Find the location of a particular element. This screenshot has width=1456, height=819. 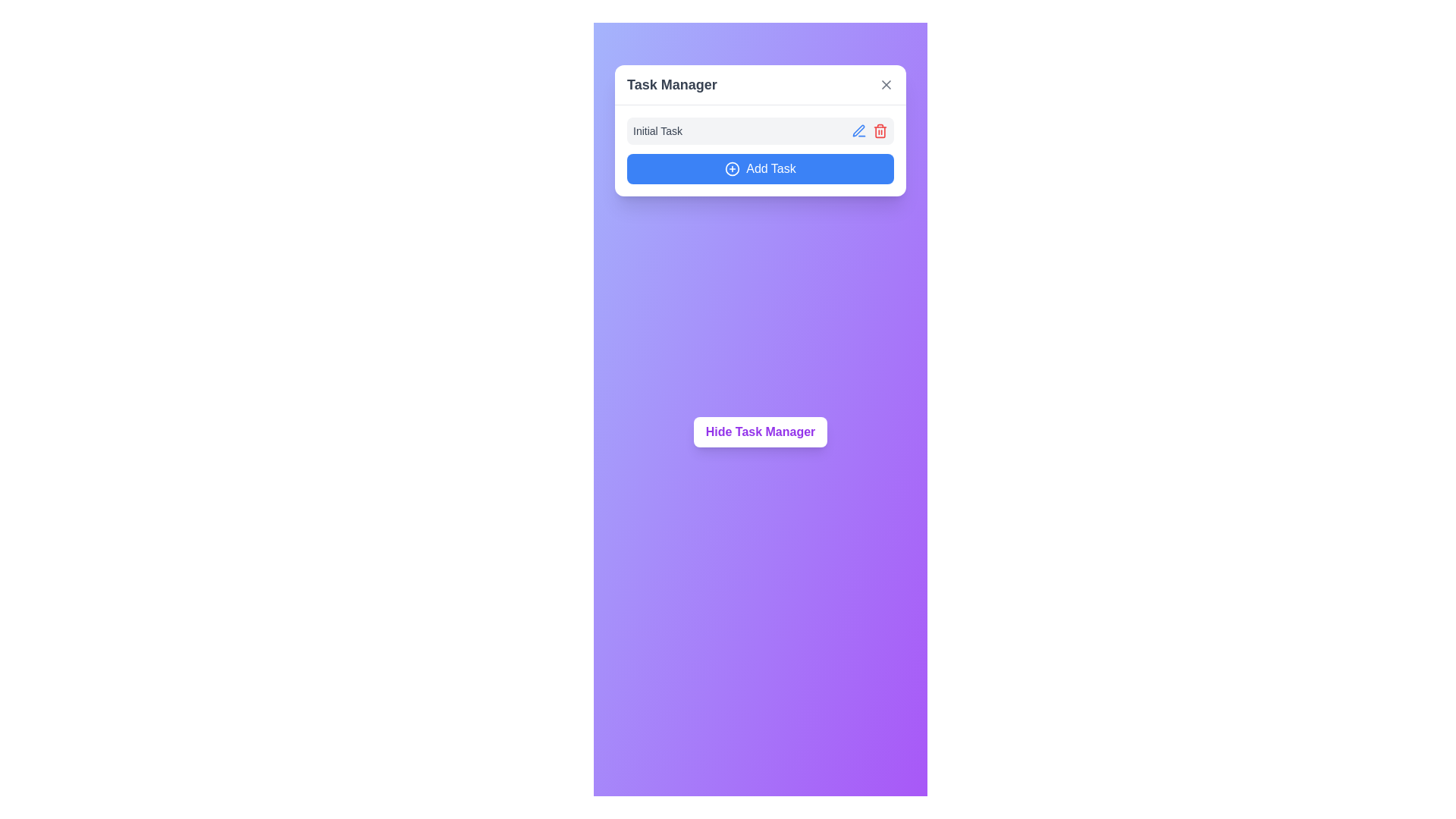

the edit icon resembling a pen, styled in blue, located next to the task name 'Initial Task' in the task manager interface is located at coordinates (858, 130).